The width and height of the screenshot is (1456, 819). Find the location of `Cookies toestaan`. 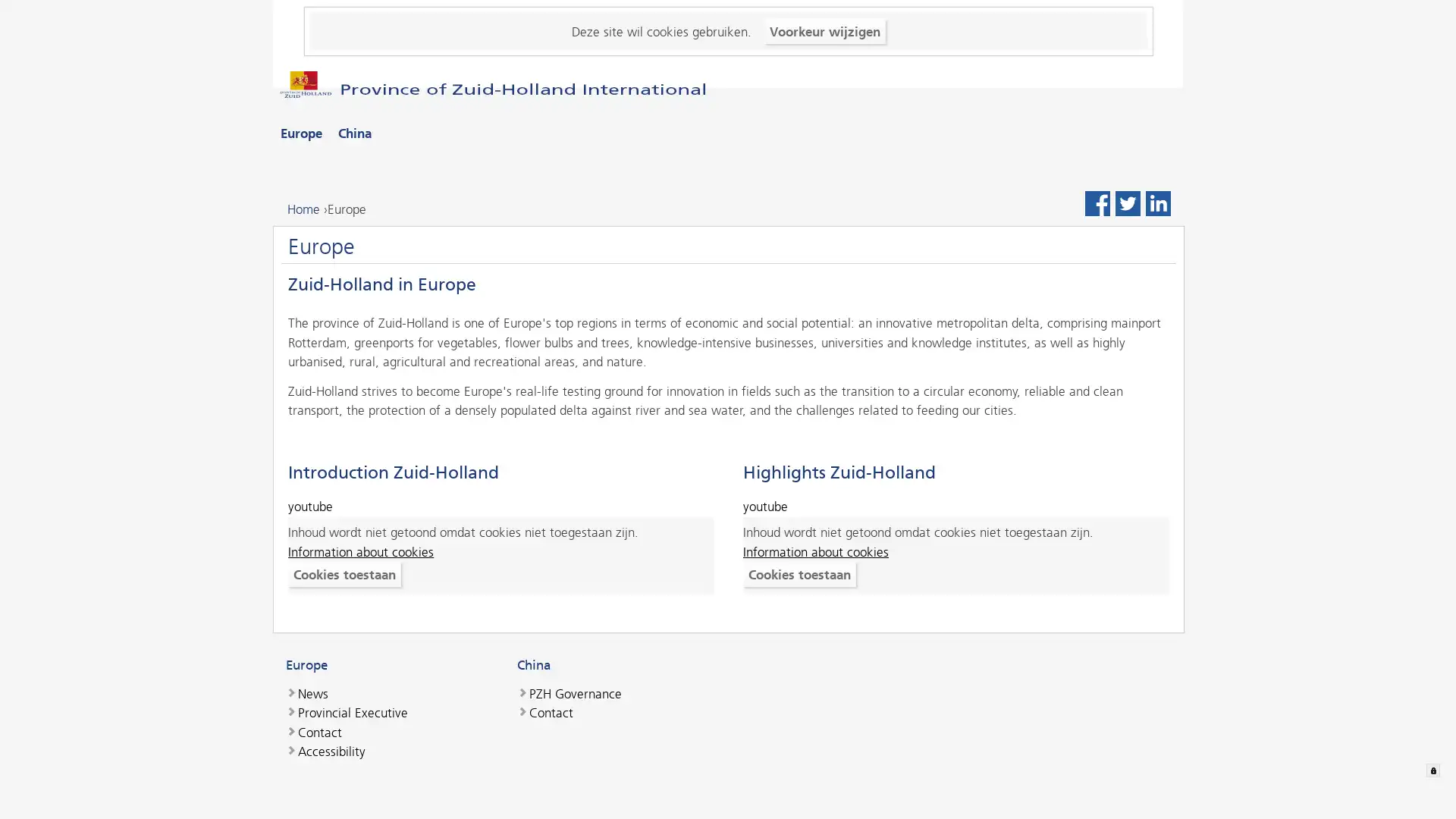

Cookies toestaan is located at coordinates (798, 574).